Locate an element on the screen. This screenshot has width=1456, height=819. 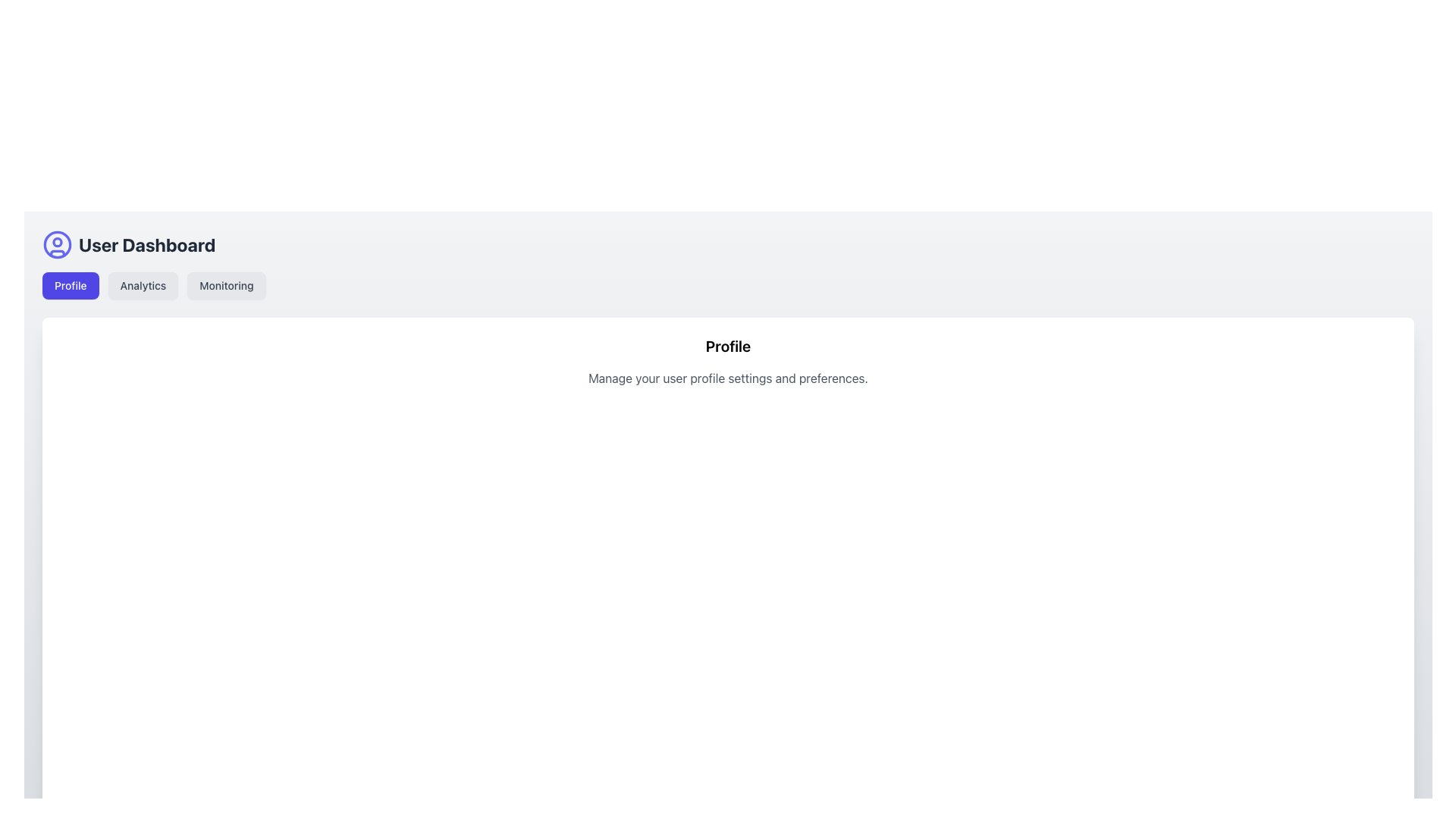
the text label that says 'Manage your user profile settings and preferences.' which is located immediately below the 'Profile' heading within the white panel is located at coordinates (728, 377).